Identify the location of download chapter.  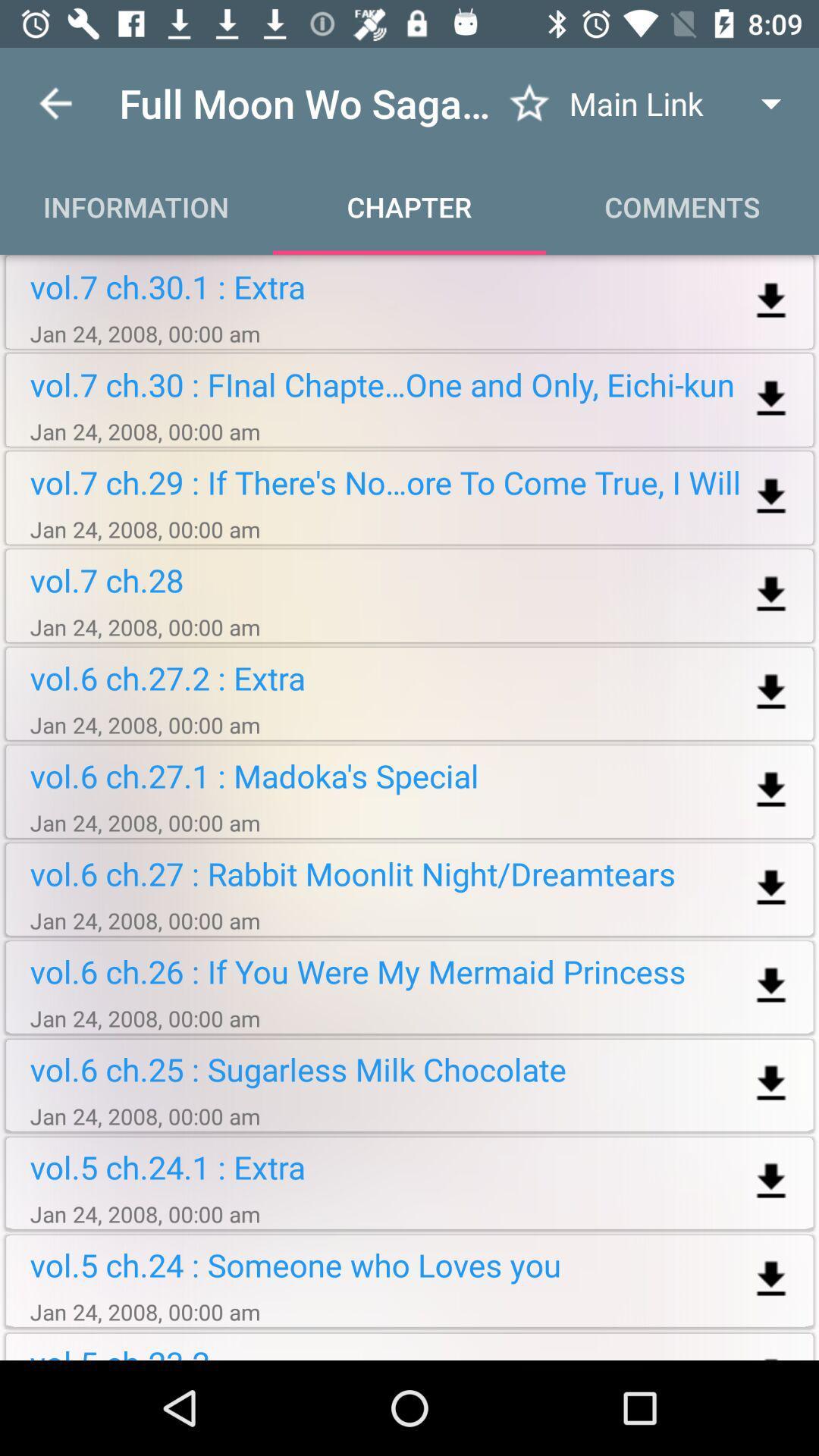
(771, 986).